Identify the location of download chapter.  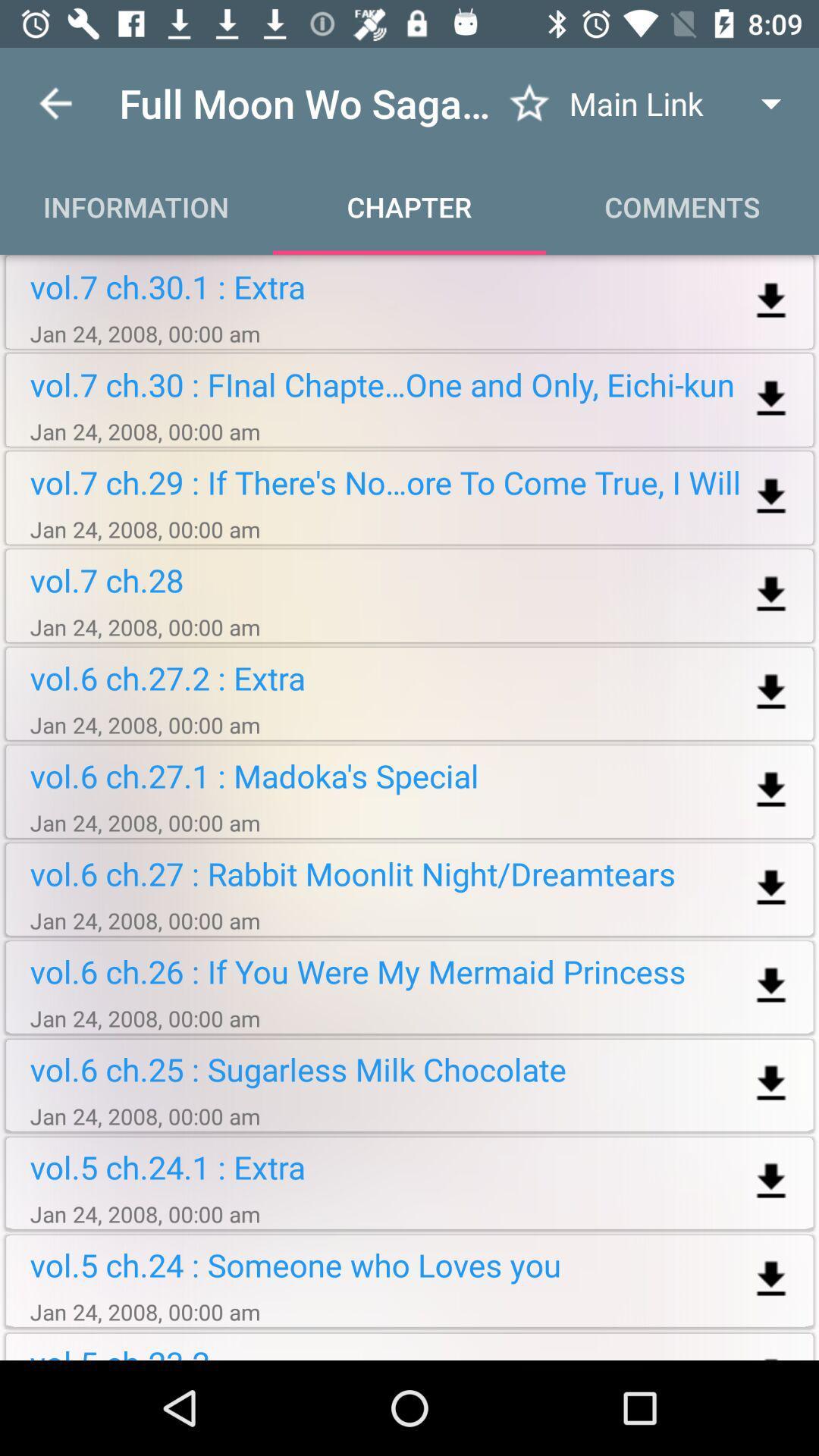
(771, 986).